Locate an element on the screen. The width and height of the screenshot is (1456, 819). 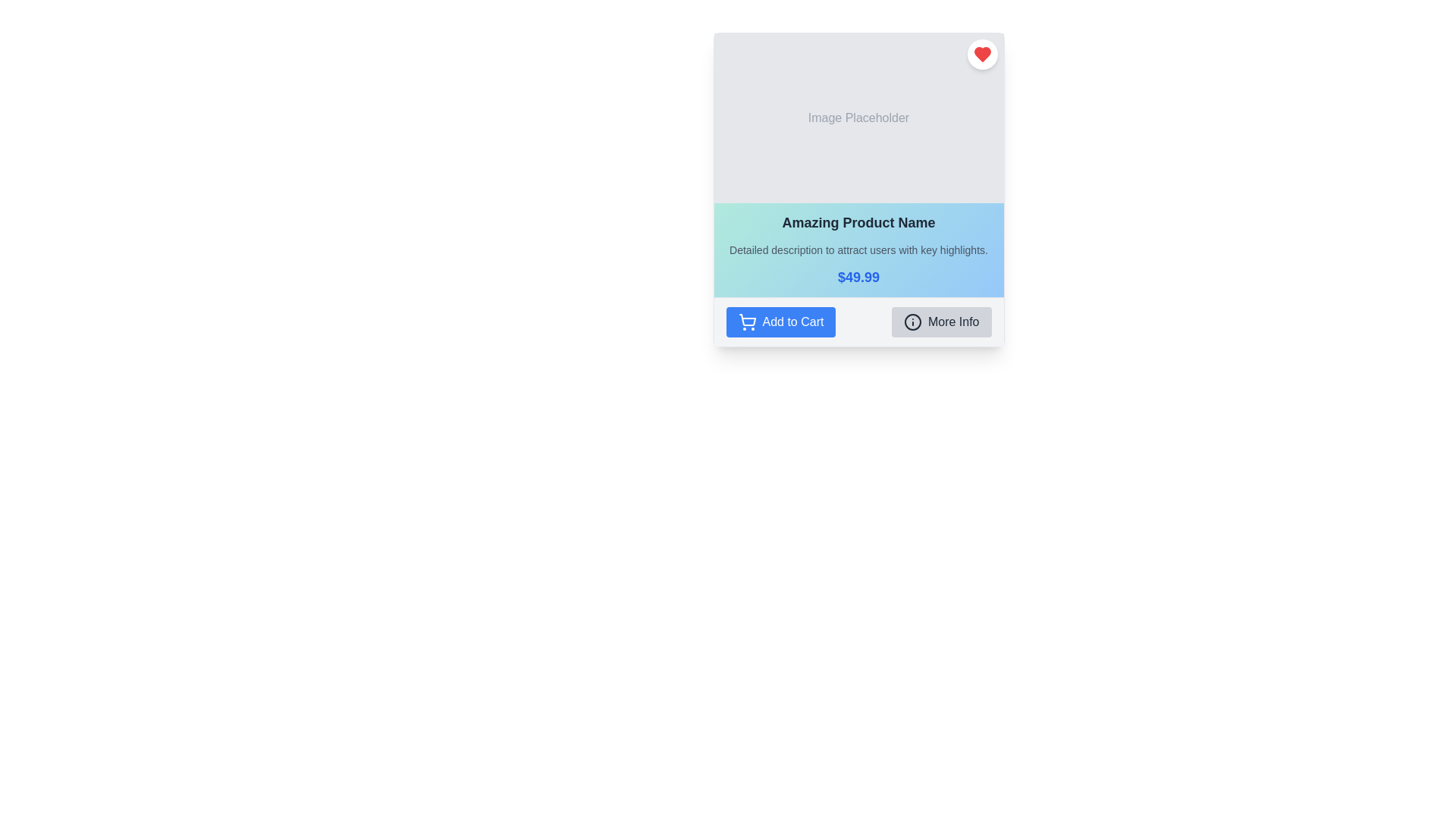
the add to cart button located in the bottom-left portion of a card-like component, adjacent to the 'More Info' button is located at coordinates (780, 321).